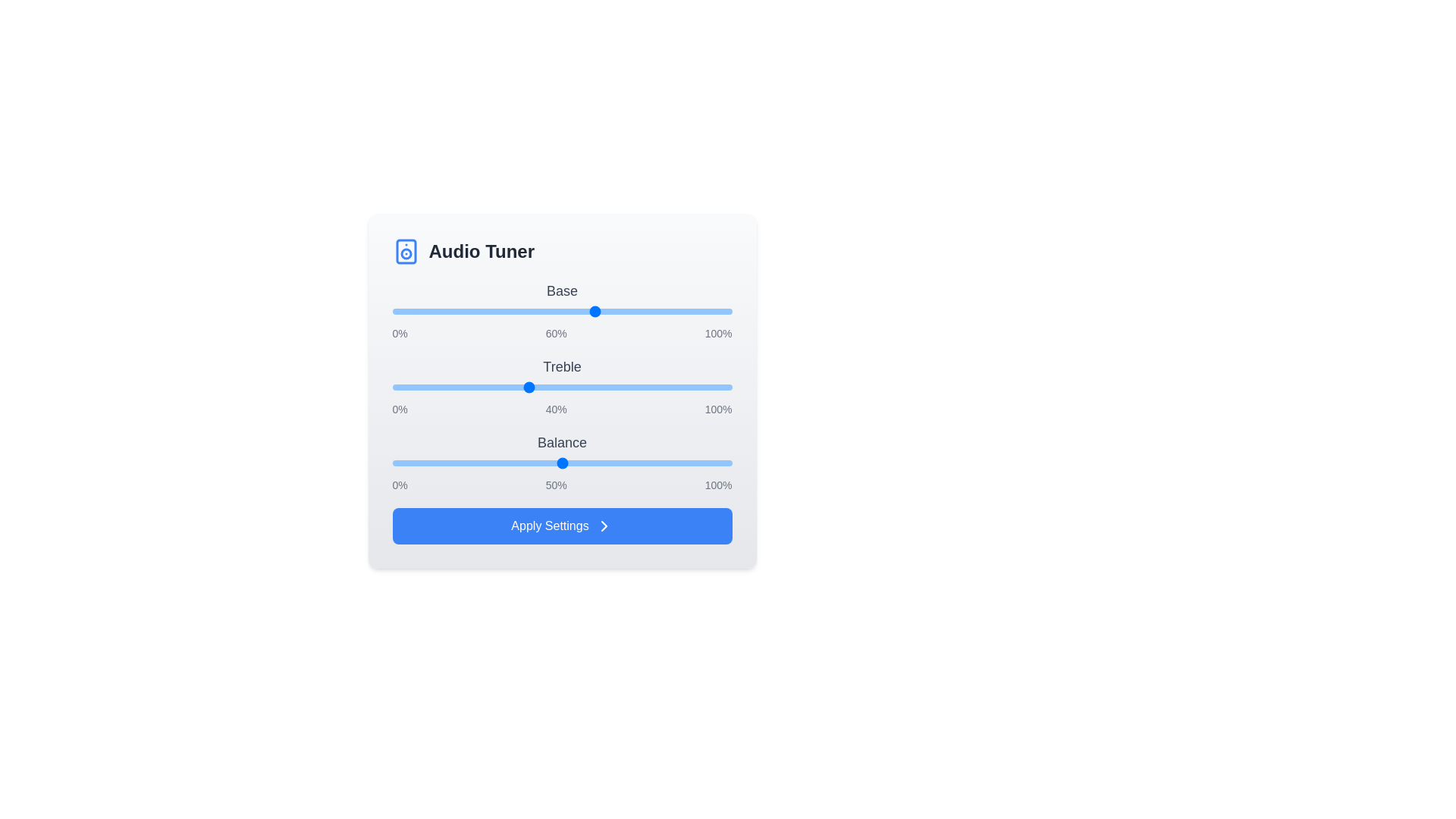 This screenshot has width=1456, height=819. What do you see at coordinates (528, 386) in the screenshot?
I see `the 1 slider to 40%` at bounding box center [528, 386].